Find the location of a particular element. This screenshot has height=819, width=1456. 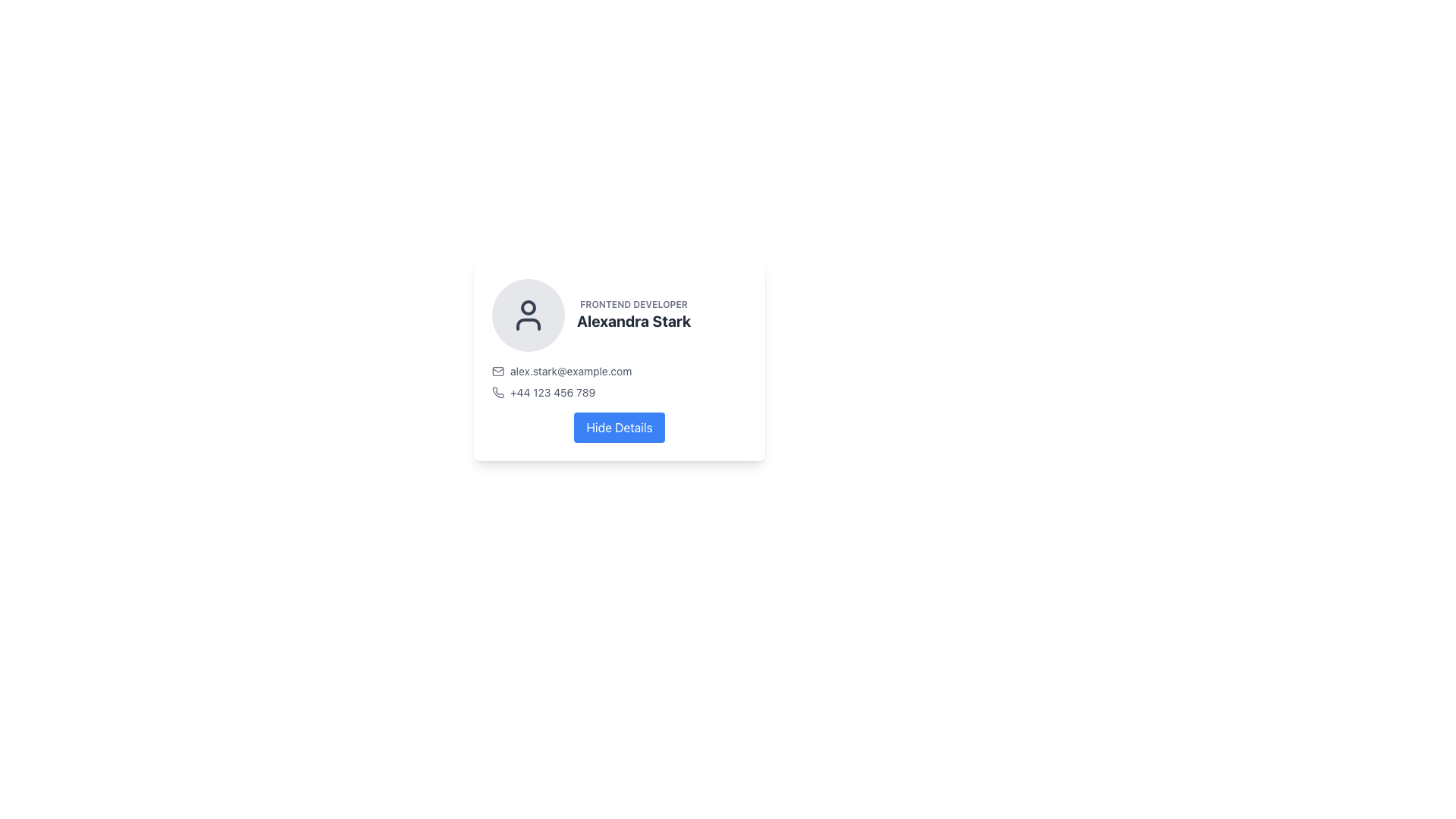

the phone receiver icon displayed in gray color, which is located directly to the left of the phone number '+44 123 456 789' is located at coordinates (498, 391).